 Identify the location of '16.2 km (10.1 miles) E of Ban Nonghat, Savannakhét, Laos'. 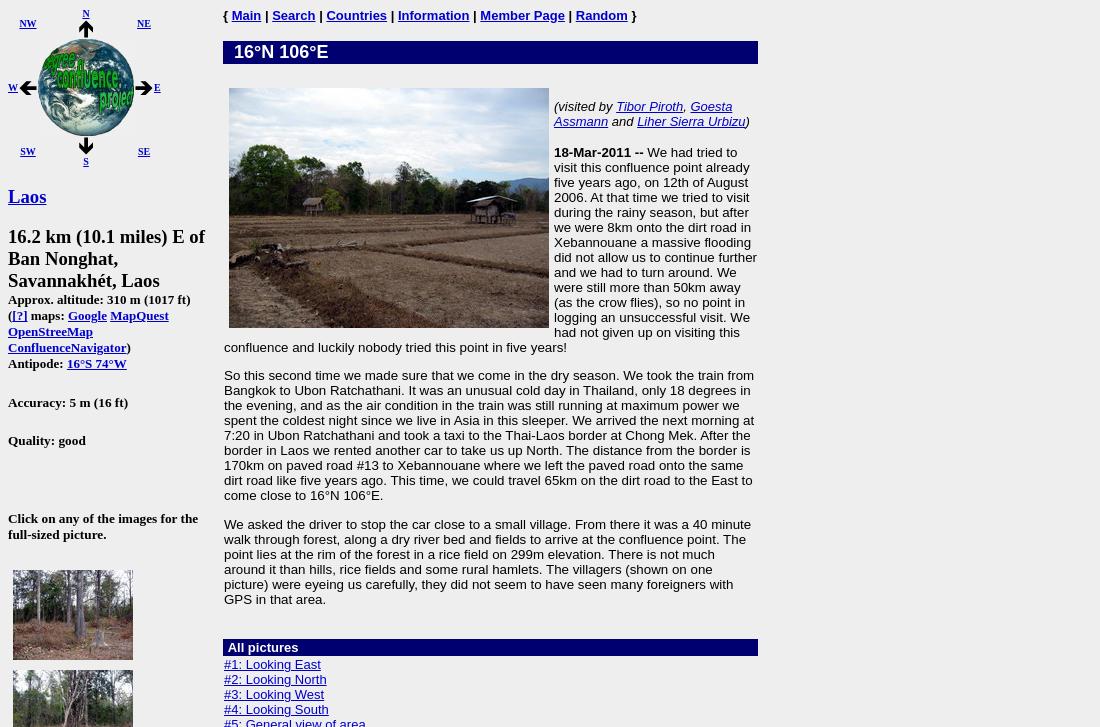
(106, 258).